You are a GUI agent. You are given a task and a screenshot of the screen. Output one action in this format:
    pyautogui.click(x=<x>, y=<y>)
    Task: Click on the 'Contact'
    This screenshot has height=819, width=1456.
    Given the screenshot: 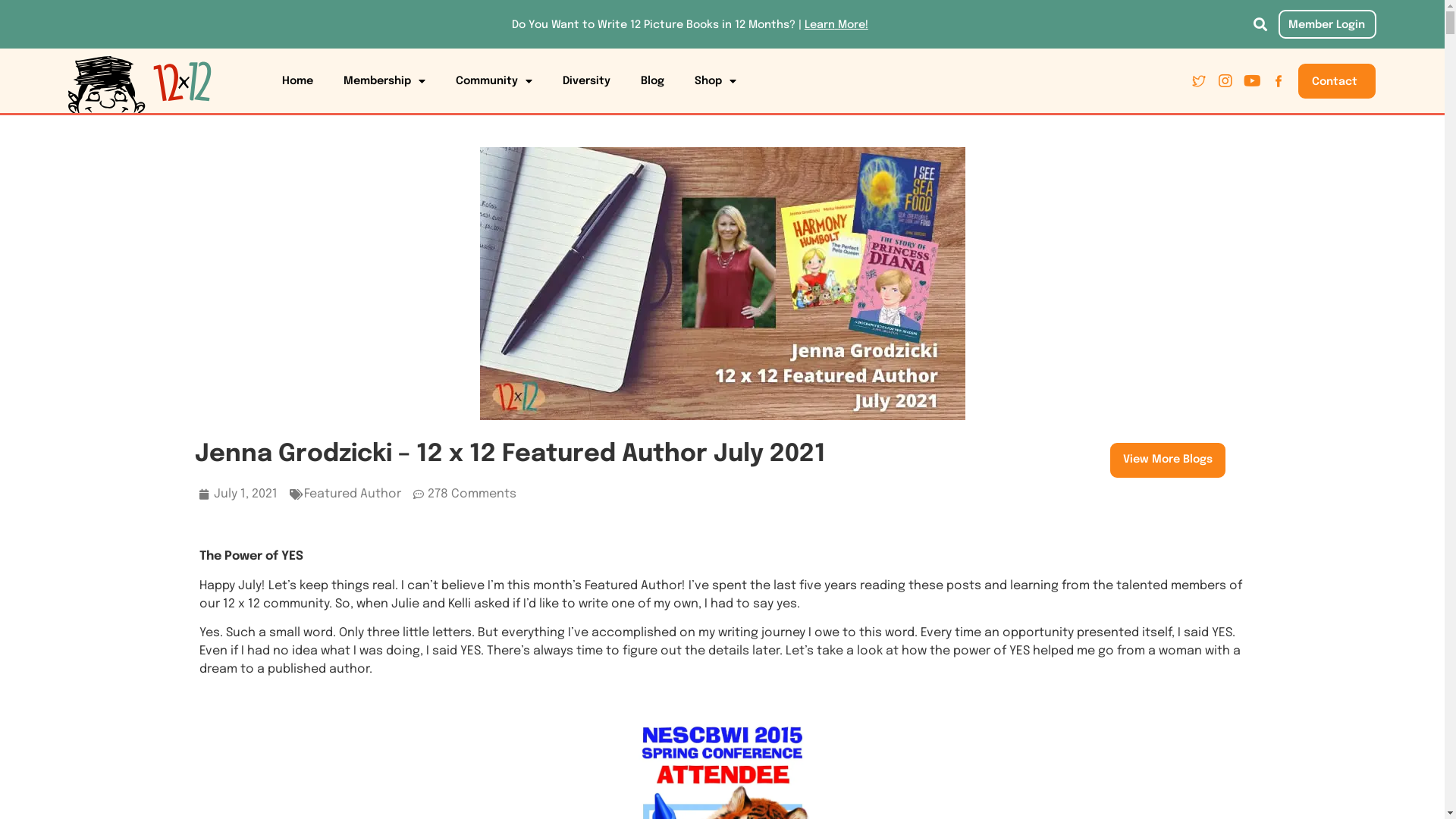 What is the action you would take?
    pyautogui.click(x=1336, y=81)
    